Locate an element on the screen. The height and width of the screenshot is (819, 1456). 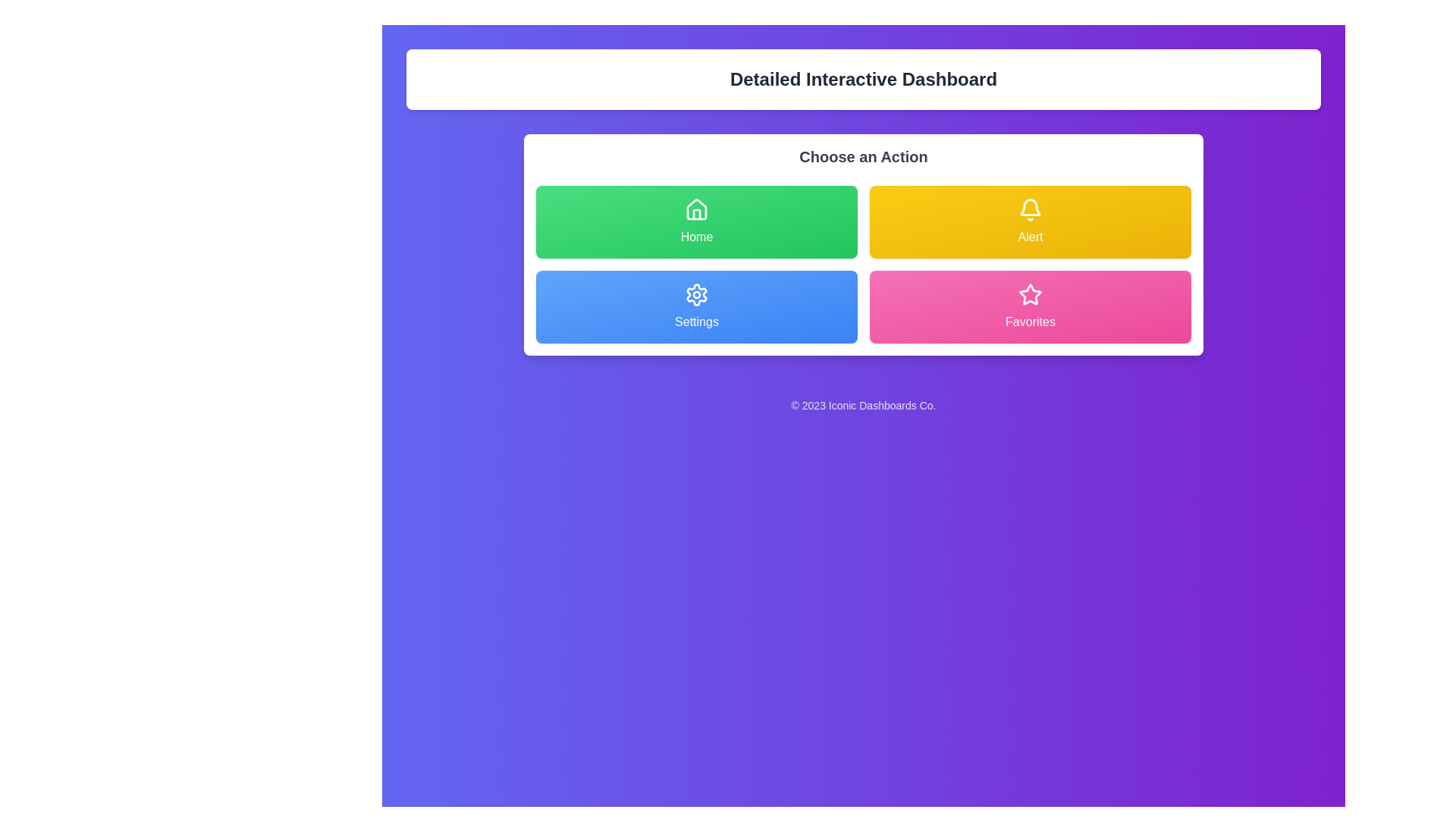
the house icon located in the top left button of the 'Choose an Action' interface, which is a minimalist design with white lines on a green background, centered above the text 'Home' is located at coordinates (695, 210).